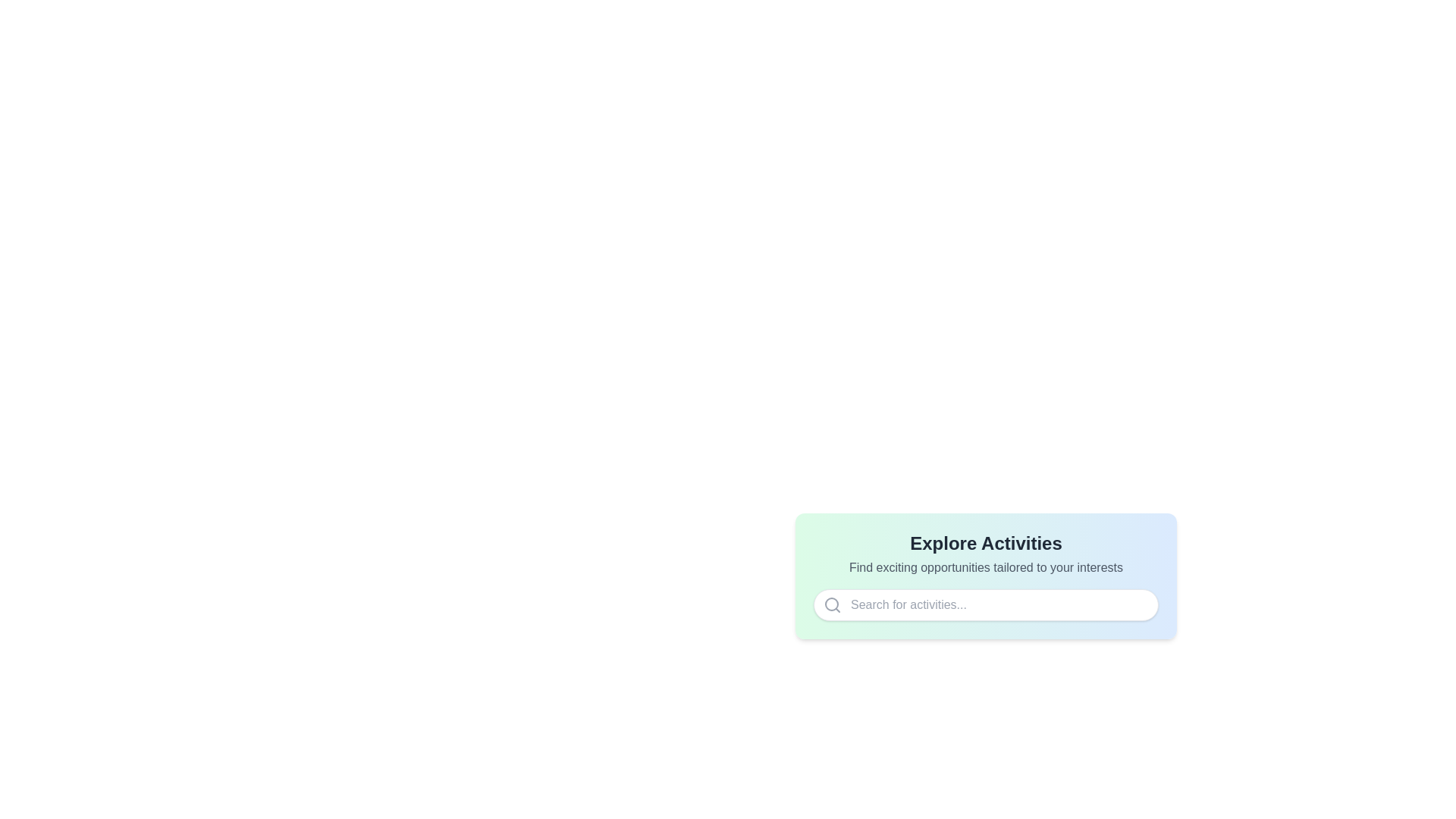 The height and width of the screenshot is (819, 1456). I want to click on the magnifying glass icon, which is styled in a thin, modern design and located at the far left of the input field labeled 'Search for activities...', so click(832, 604).